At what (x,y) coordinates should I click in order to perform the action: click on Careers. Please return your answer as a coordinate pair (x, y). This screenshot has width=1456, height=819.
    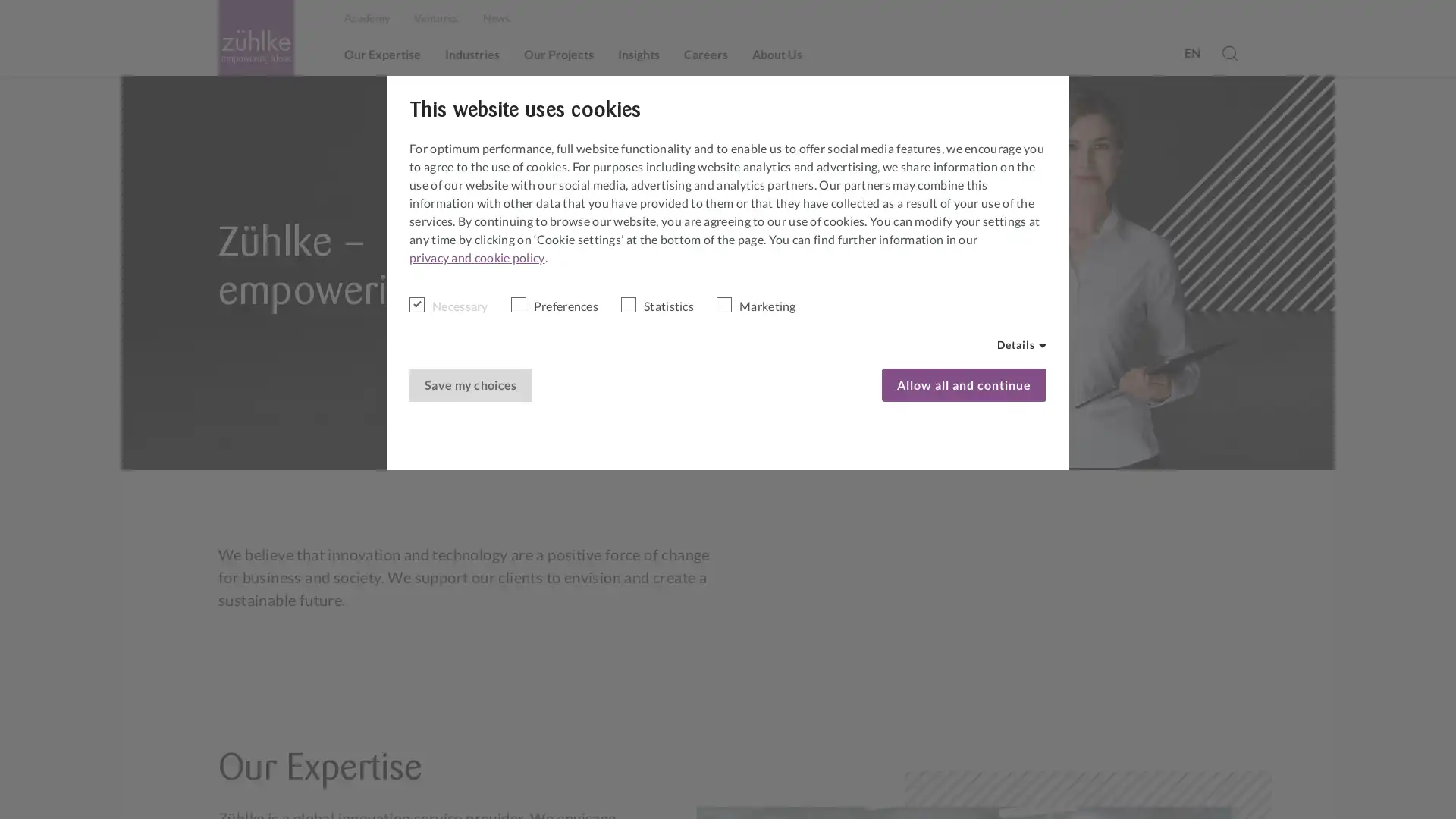
    Looking at the image, I should click on (705, 54).